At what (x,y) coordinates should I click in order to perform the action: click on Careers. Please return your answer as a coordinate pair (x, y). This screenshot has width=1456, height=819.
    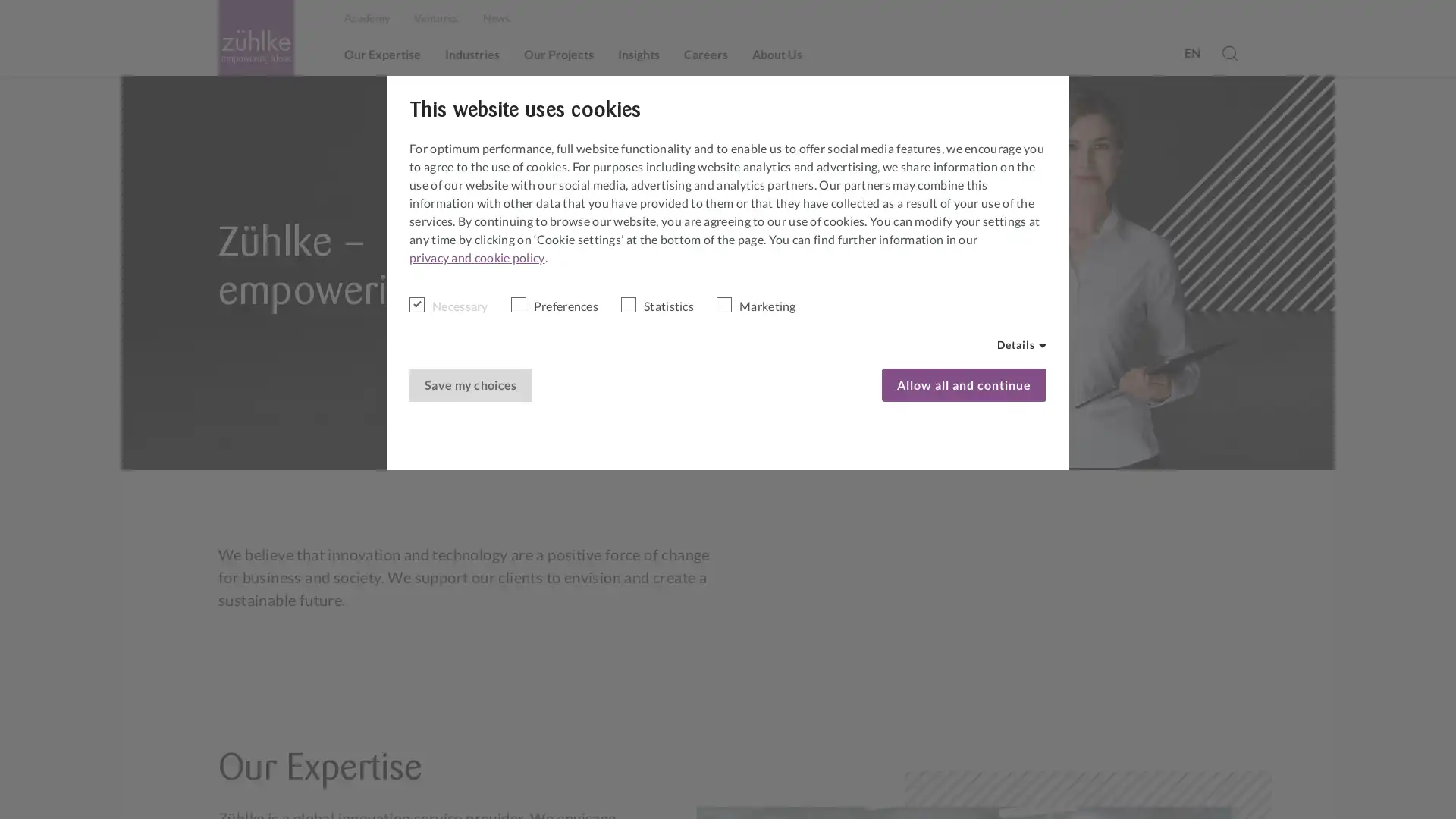
    Looking at the image, I should click on (705, 54).